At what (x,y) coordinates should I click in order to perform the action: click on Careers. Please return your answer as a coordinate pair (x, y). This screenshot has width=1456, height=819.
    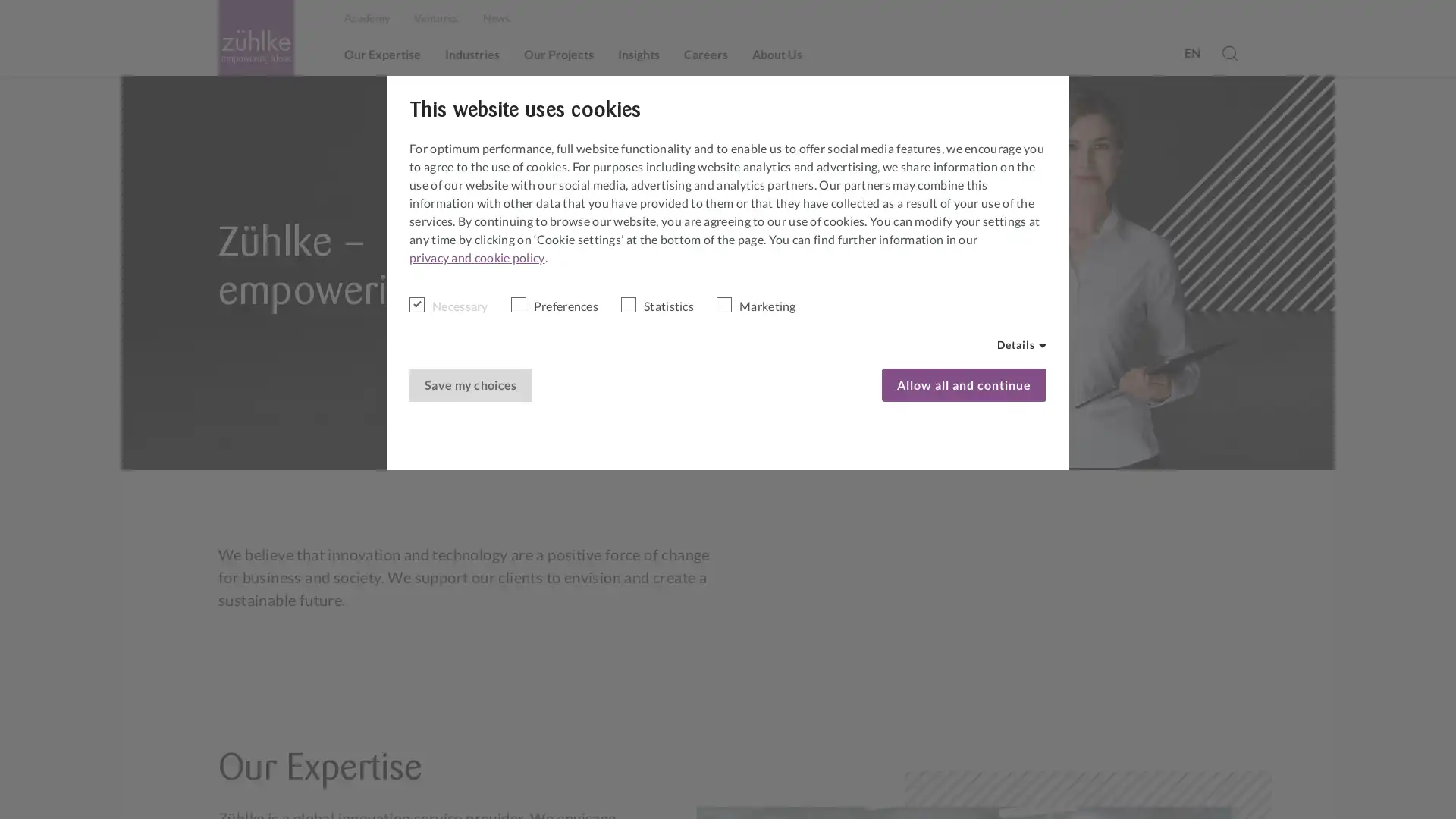
    Looking at the image, I should click on (705, 54).